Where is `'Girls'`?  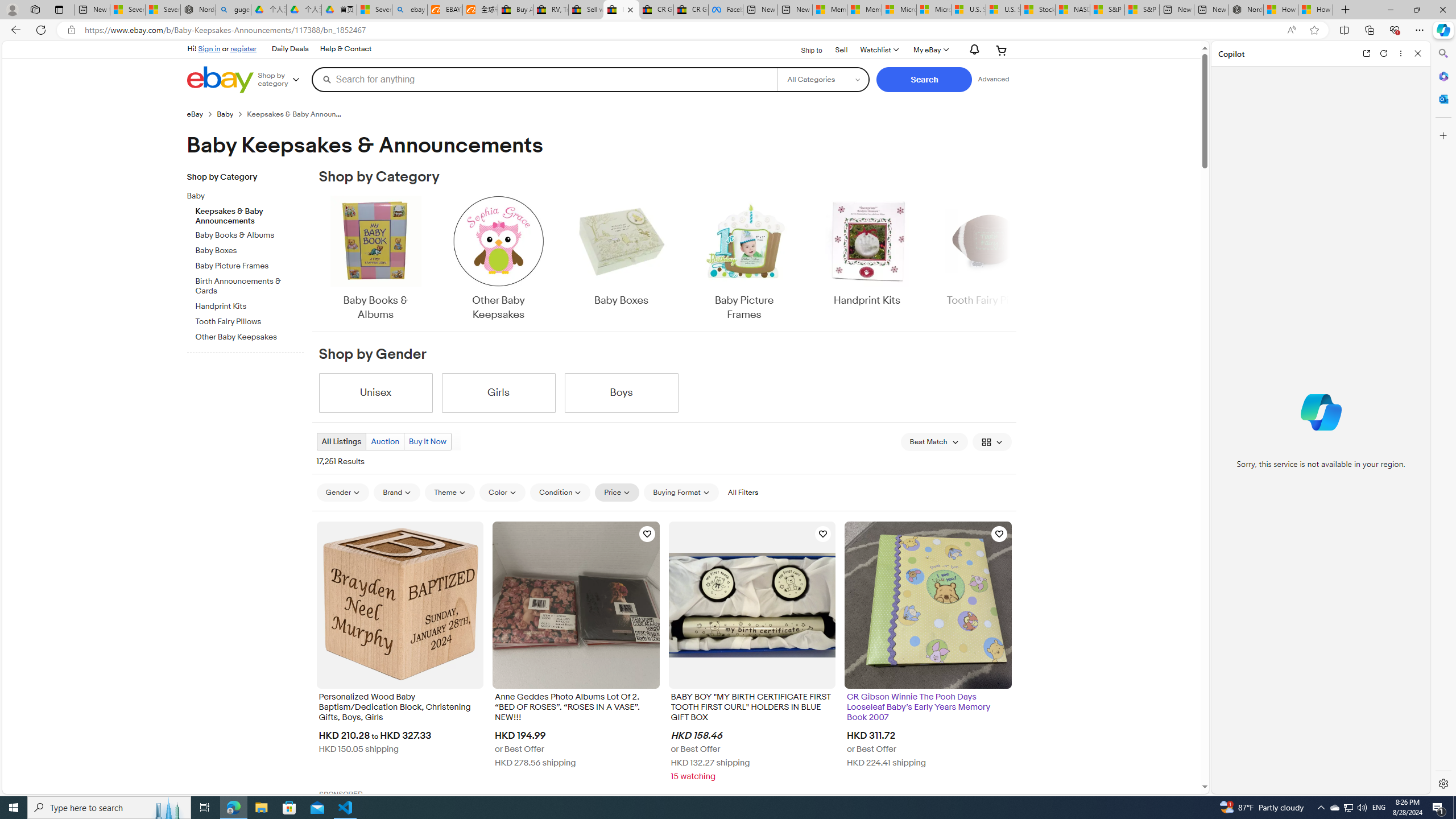
'Girls' is located at coordinates (498, 392).